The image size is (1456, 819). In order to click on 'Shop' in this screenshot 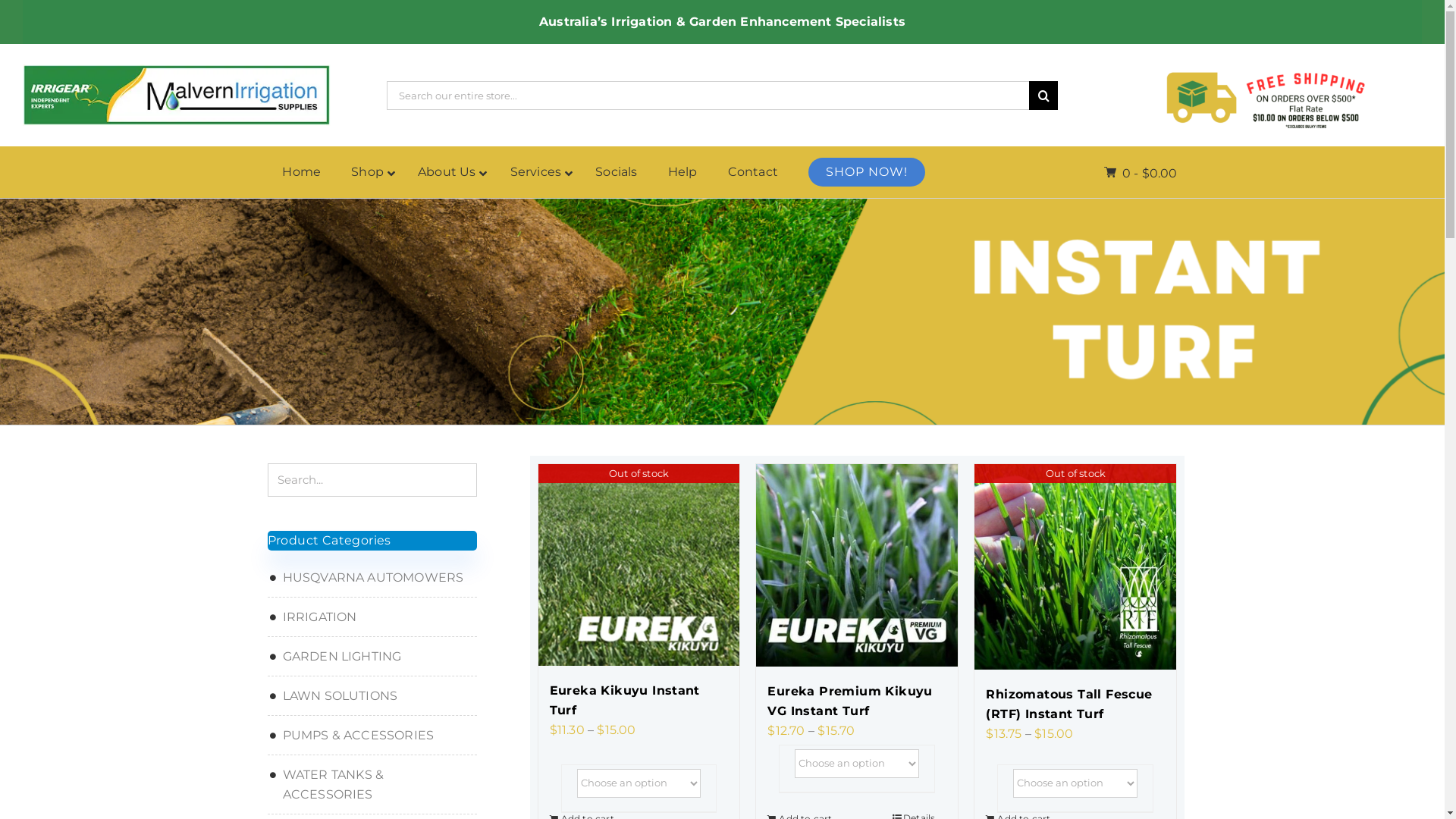, I will do `click(369, 171)`.